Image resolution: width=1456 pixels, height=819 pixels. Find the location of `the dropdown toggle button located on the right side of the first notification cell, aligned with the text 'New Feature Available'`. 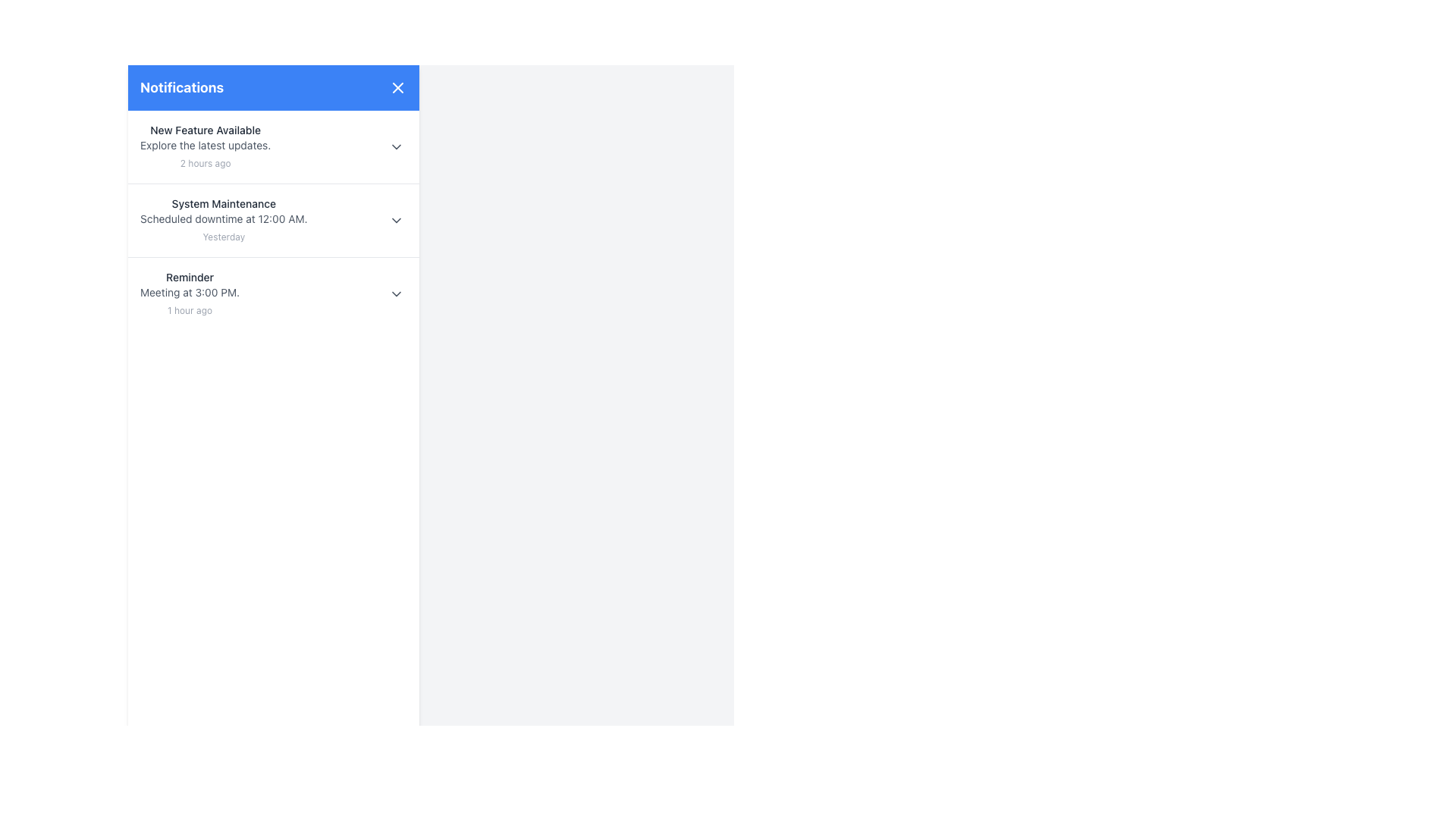

the dropdown toggle button located on the right side of the first notification cell, aligned with the text 'New Feature Available' is located at coordinates (397, 146).